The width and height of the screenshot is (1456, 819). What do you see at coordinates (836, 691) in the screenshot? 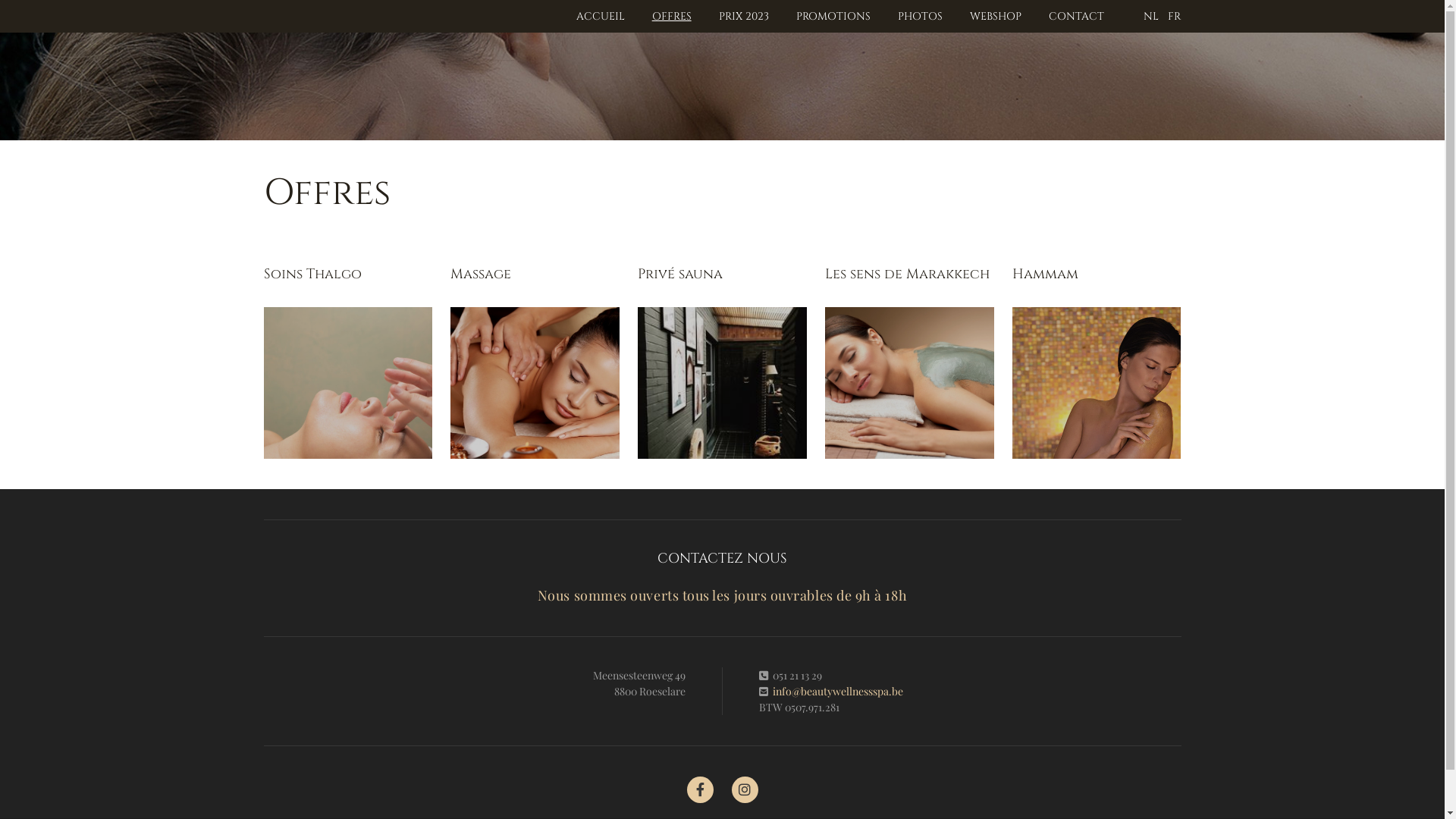
I see `'info@beautywellnessspa.be'` at bounding box center [836, 691].